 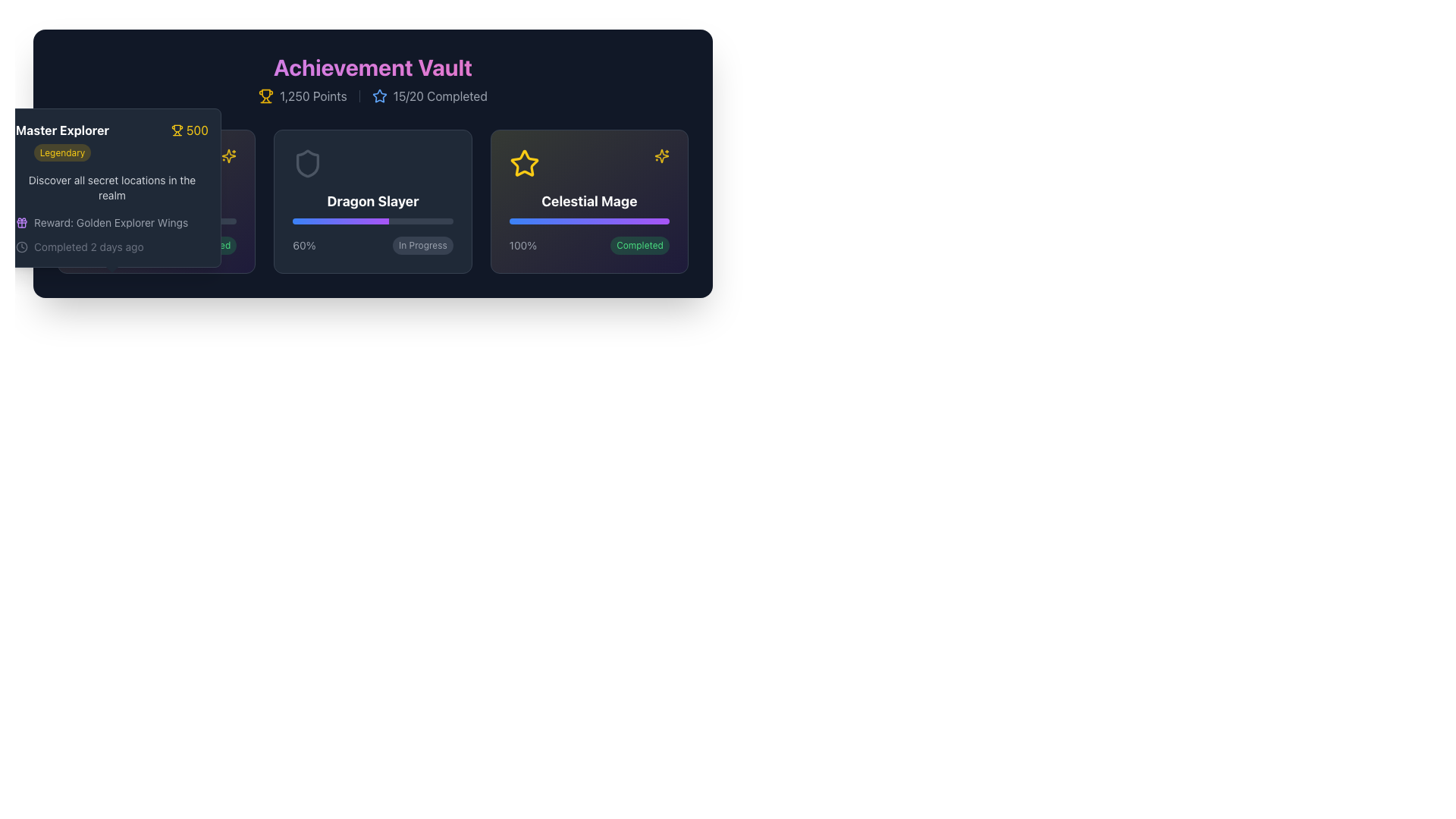 I want to click on the small triangular decorative graphic element located at the bottom center of the 'Master Explorer' achievement card, so click(x=111, y=271).